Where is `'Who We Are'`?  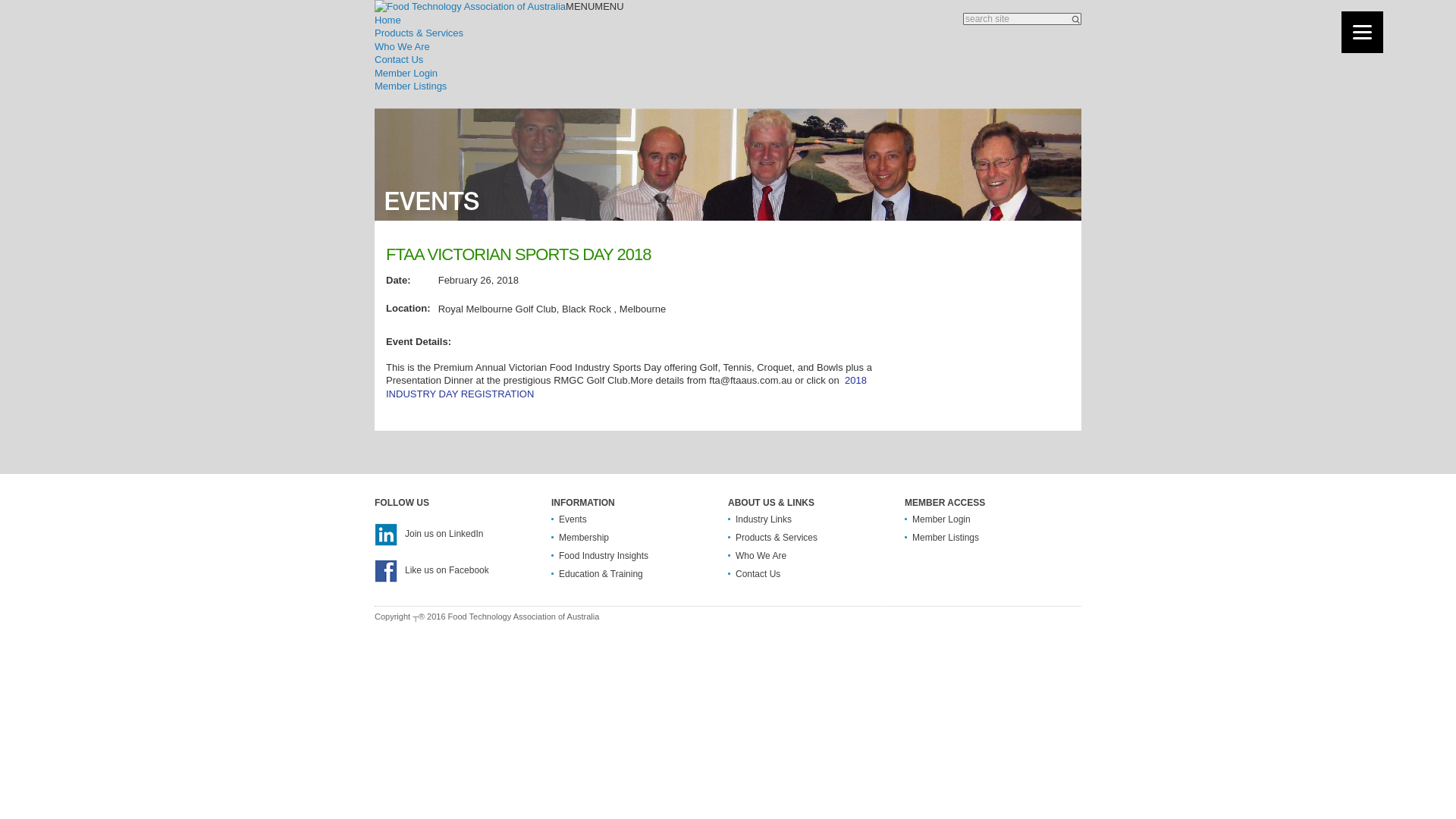 'Who We Are' is located at coordinates (402, 45).